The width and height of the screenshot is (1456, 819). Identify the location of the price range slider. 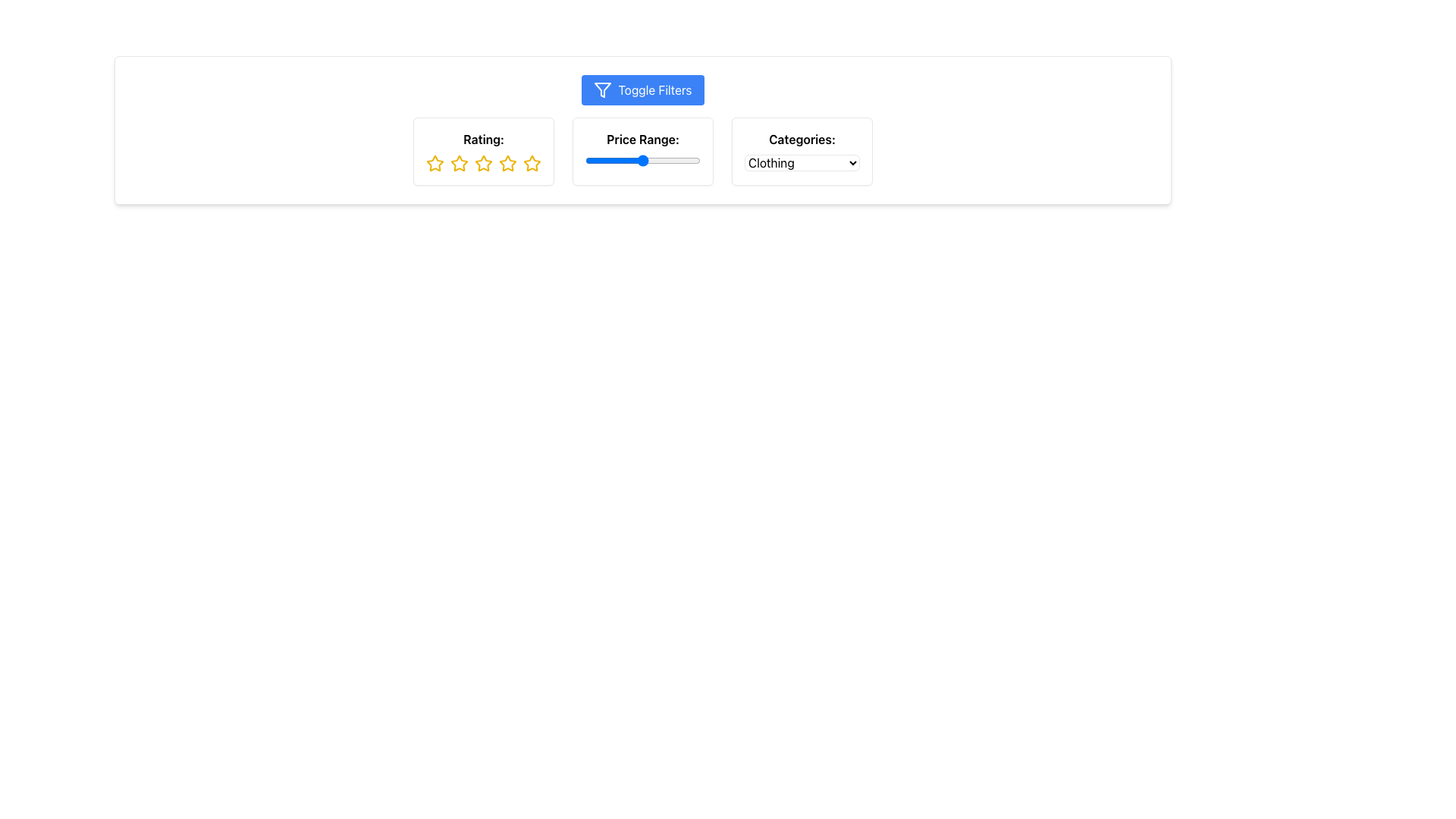
(629, 161).